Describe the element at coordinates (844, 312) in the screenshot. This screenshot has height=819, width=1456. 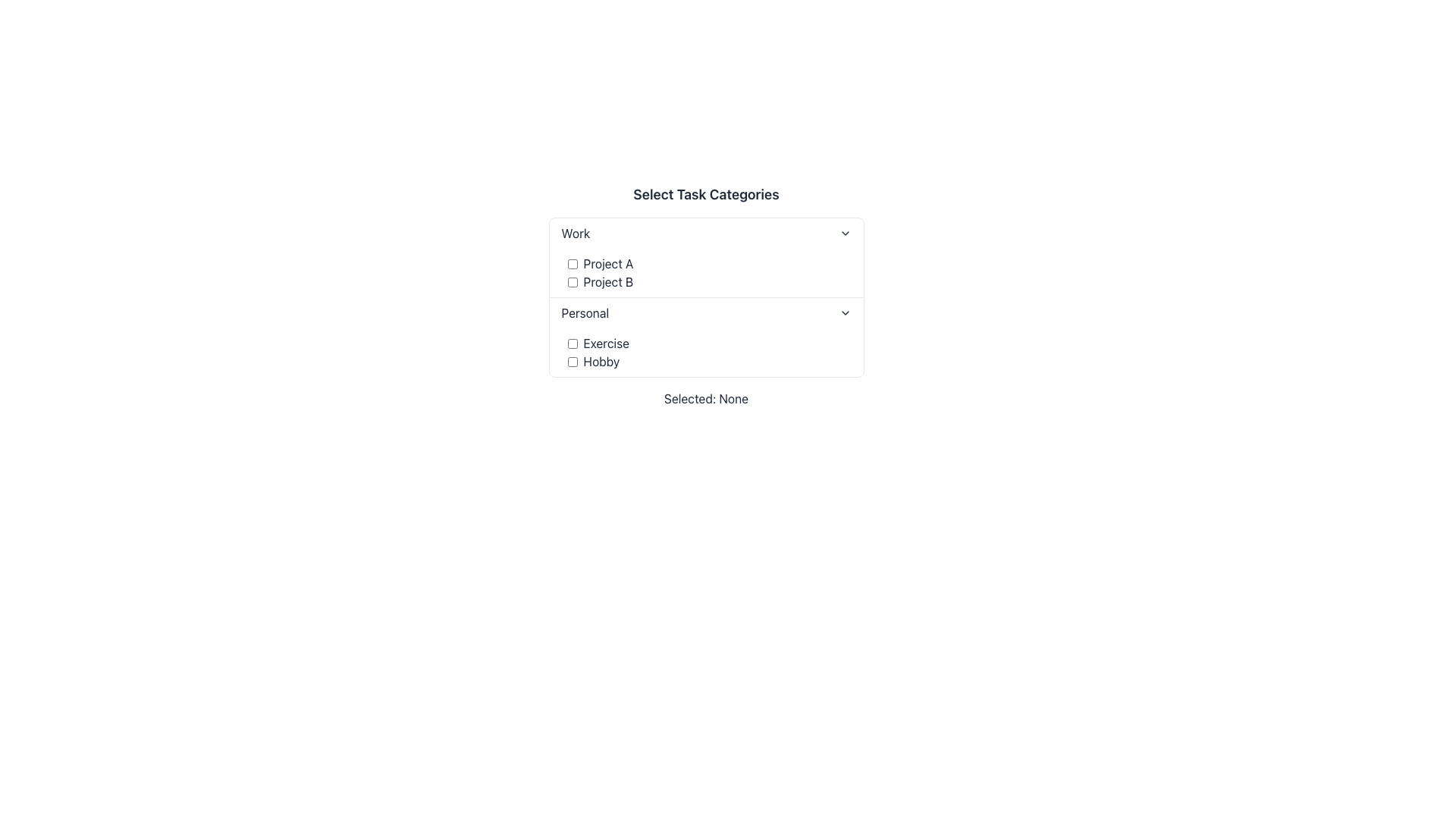
I see `the icon located to the right of the 'Personal' text in the 'Select Task Categories' panel` at that location.